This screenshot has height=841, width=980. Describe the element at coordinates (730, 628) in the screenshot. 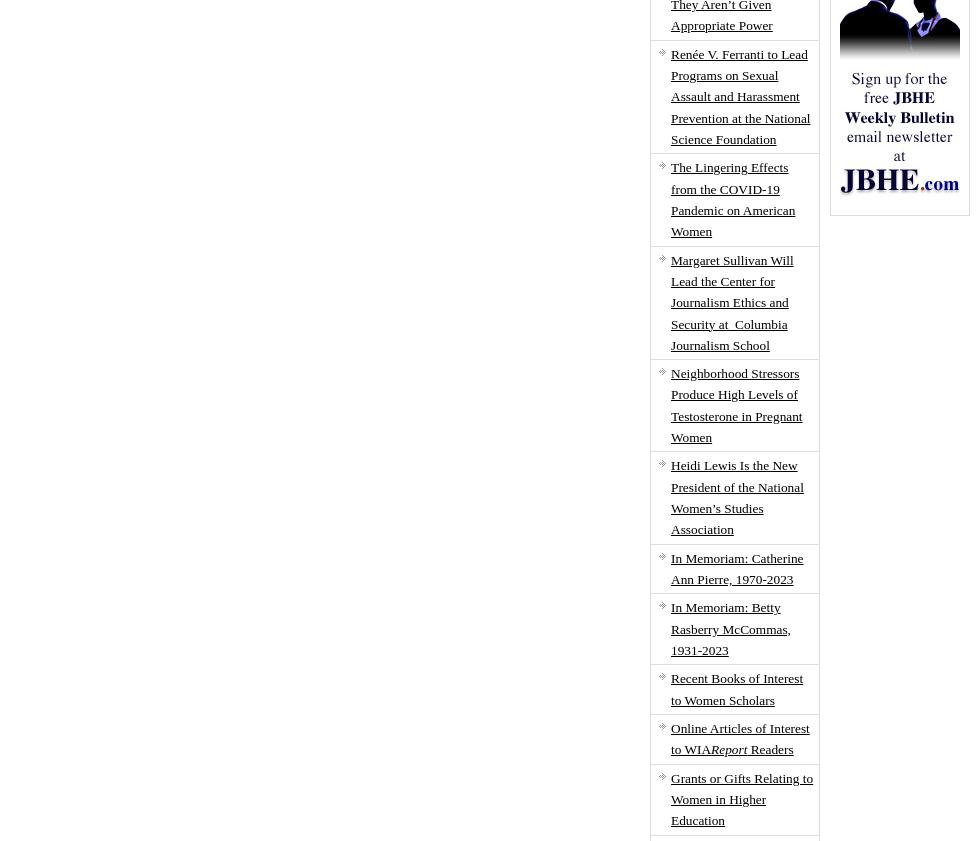

I see `'In Memoriam: Betty Rasberry McCommas, 1931-2023'` at that location.